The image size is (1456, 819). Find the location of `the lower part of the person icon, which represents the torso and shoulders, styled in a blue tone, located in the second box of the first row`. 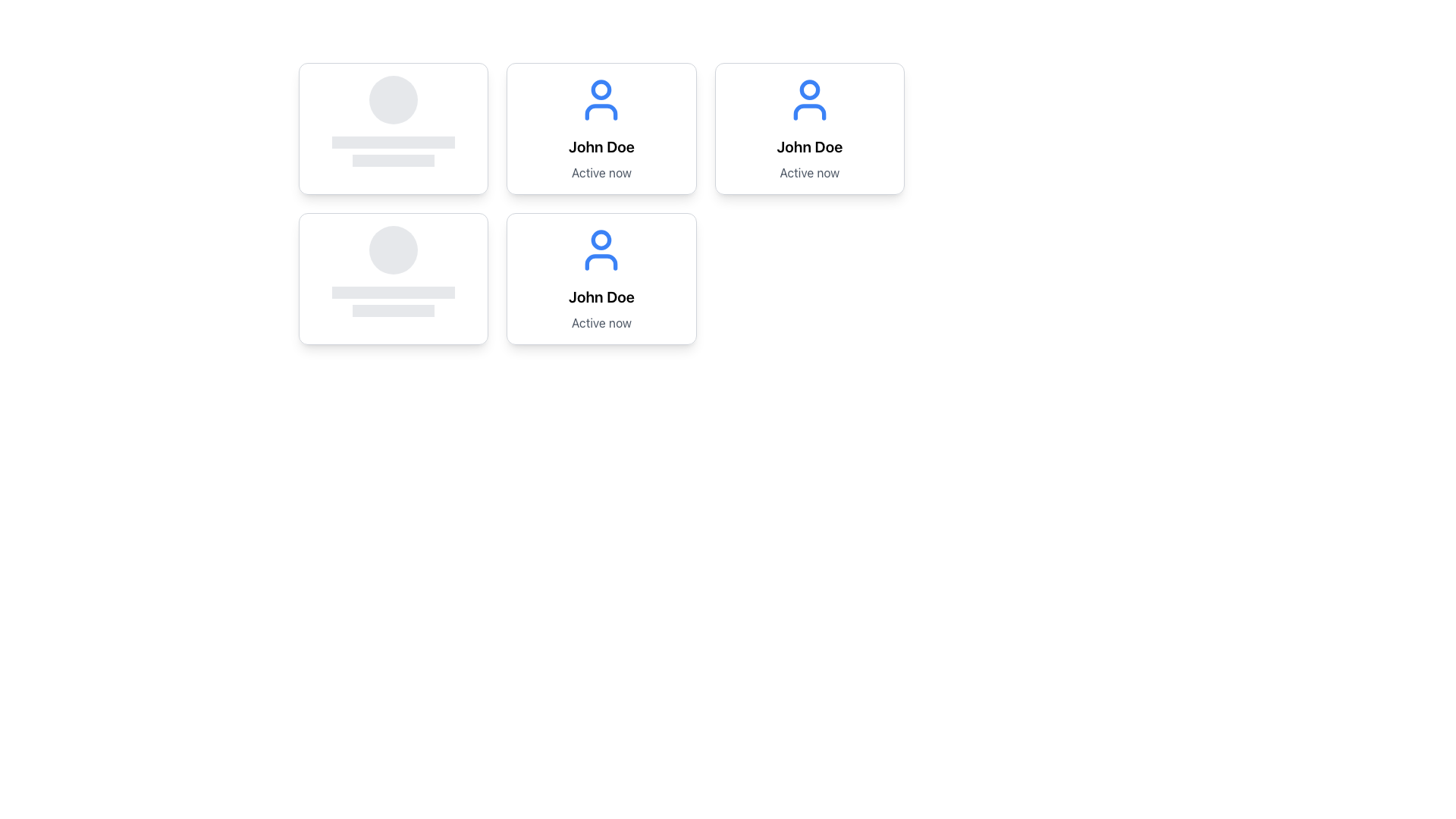

the lower part of the person icon, which represents the torso and shoulders, styled in a blue tone, located in the second box of the first row is located at coordinates (808, 111).